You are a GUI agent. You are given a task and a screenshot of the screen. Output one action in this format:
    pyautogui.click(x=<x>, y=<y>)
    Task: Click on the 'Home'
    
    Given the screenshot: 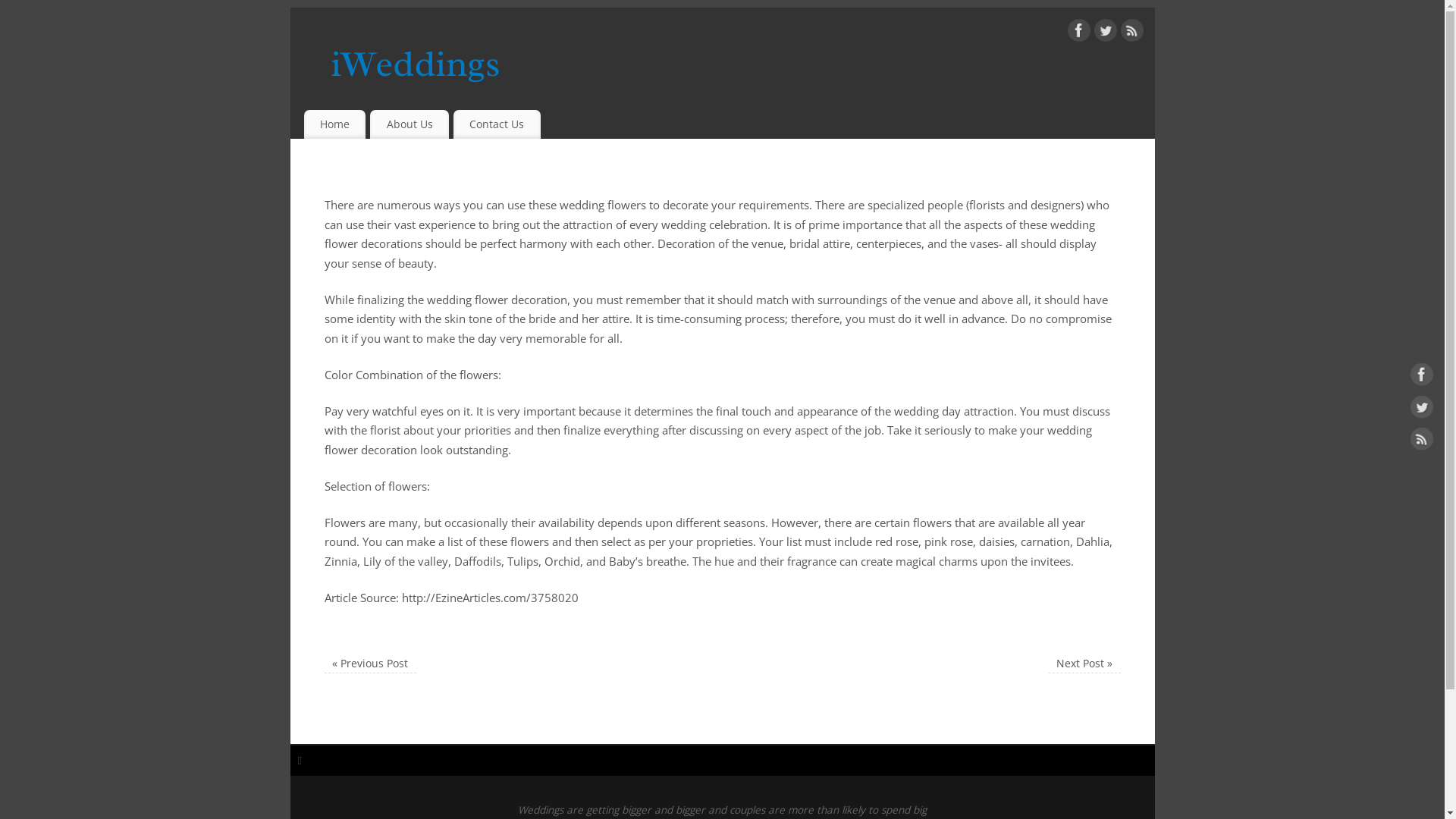 What is the action you would take?
    pyautogui.click(x=334, y=124)
    